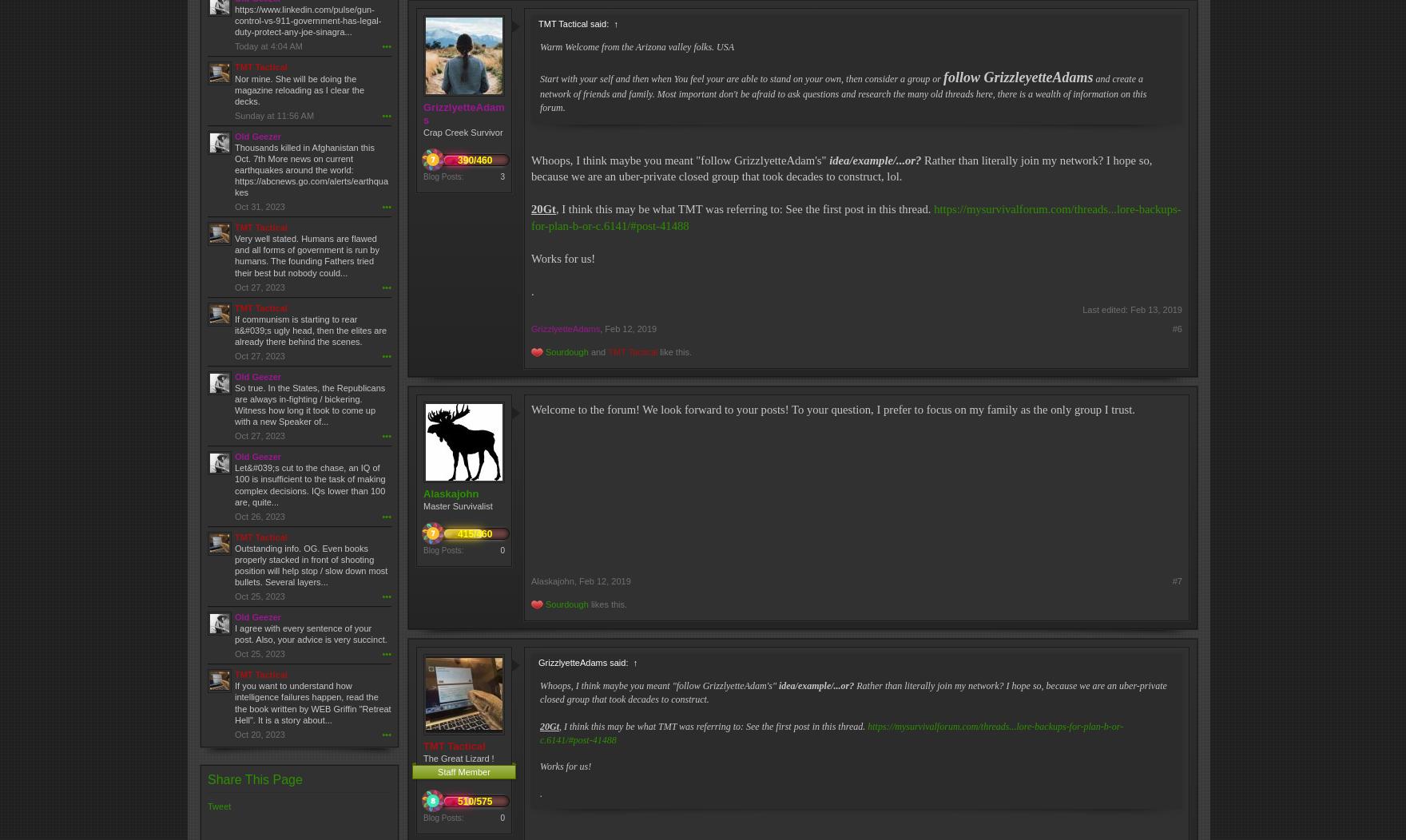  Describe the element at coordinates (458, 505) in the screenshot. I see `'Master Survivalist'` at that location.